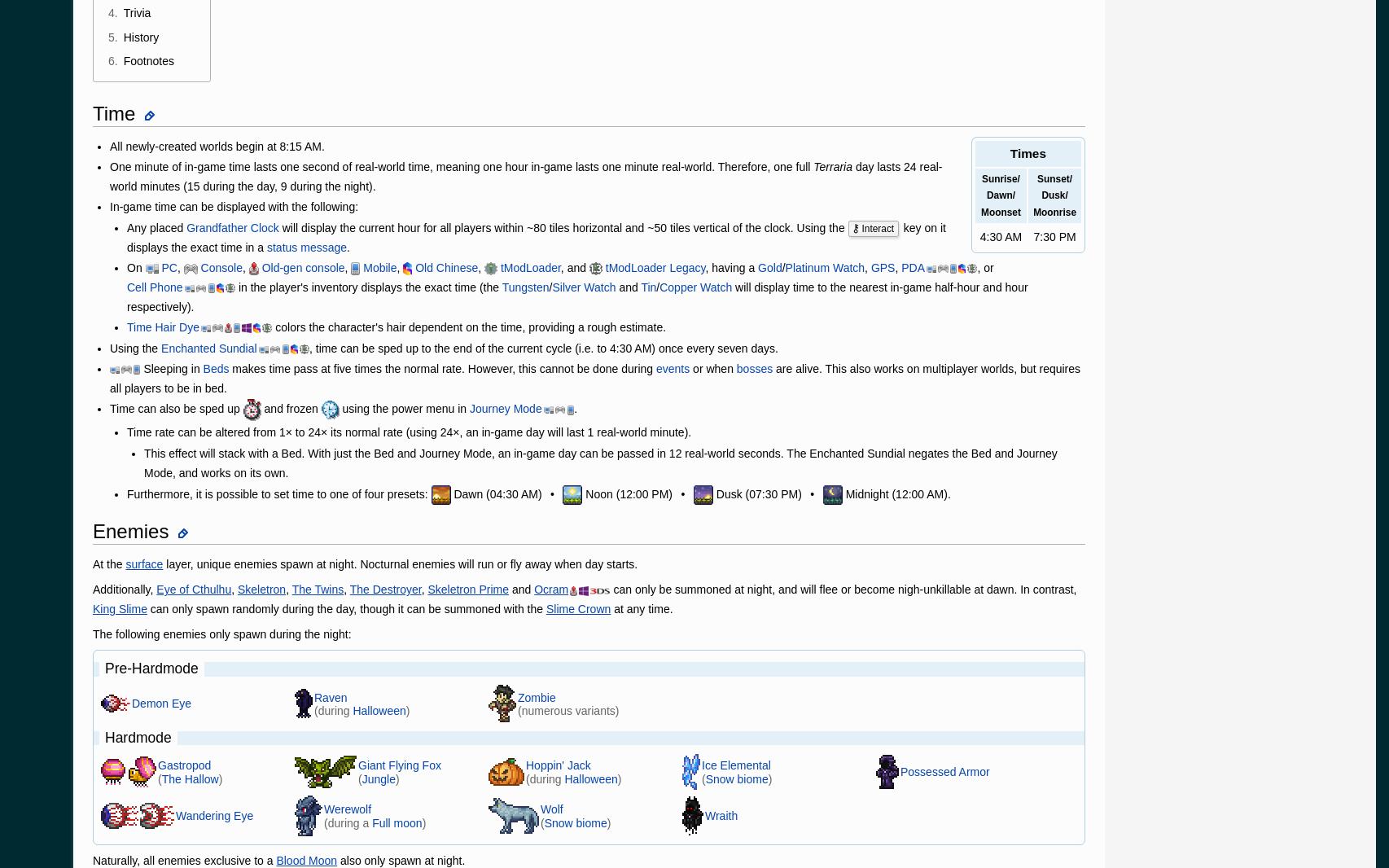  Describe the element at coordinates (208, 20) in the screenshot. I see `'Español'` at that location.